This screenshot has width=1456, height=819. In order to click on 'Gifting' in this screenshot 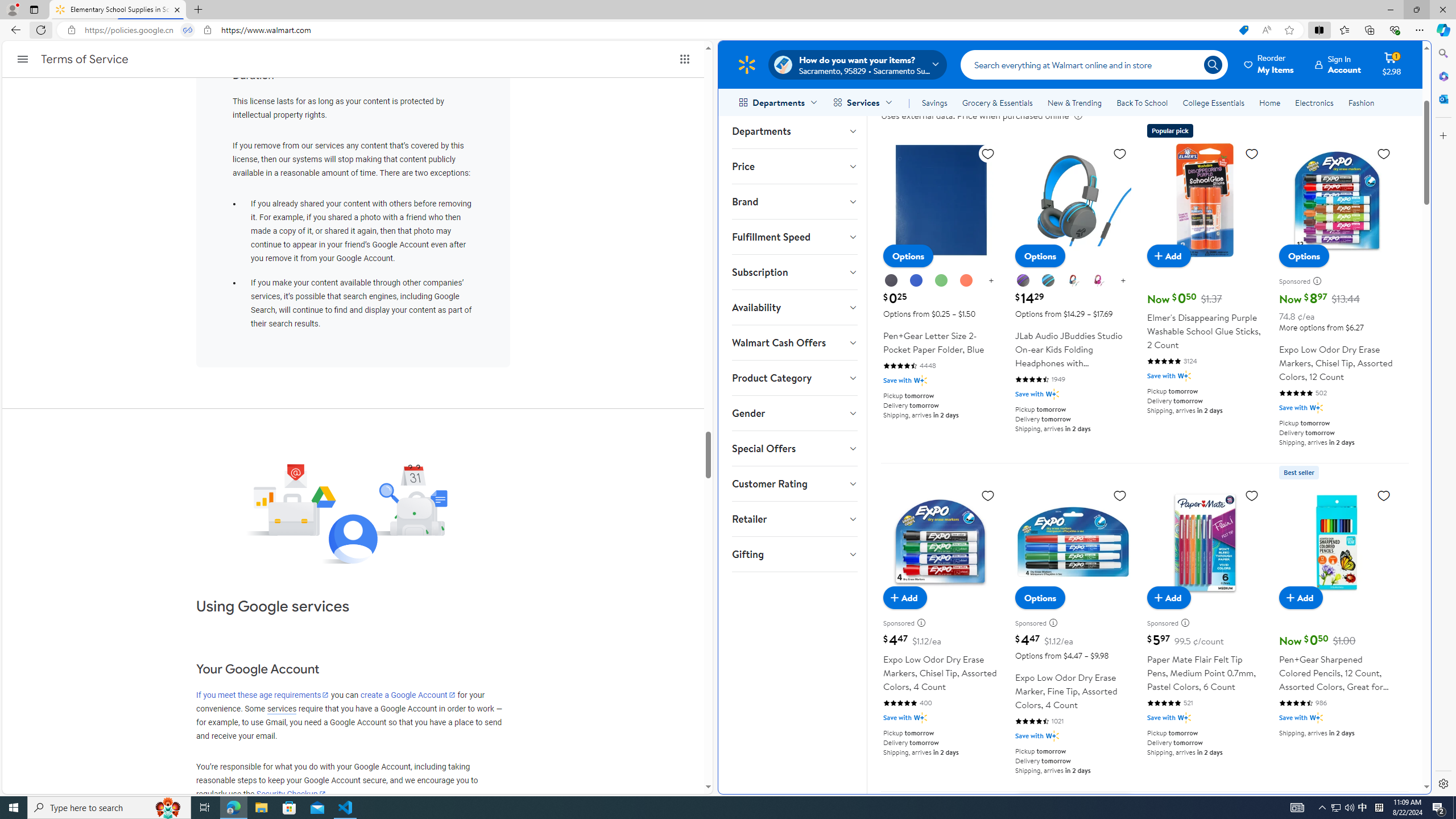, I will do `click(793, 553)`.